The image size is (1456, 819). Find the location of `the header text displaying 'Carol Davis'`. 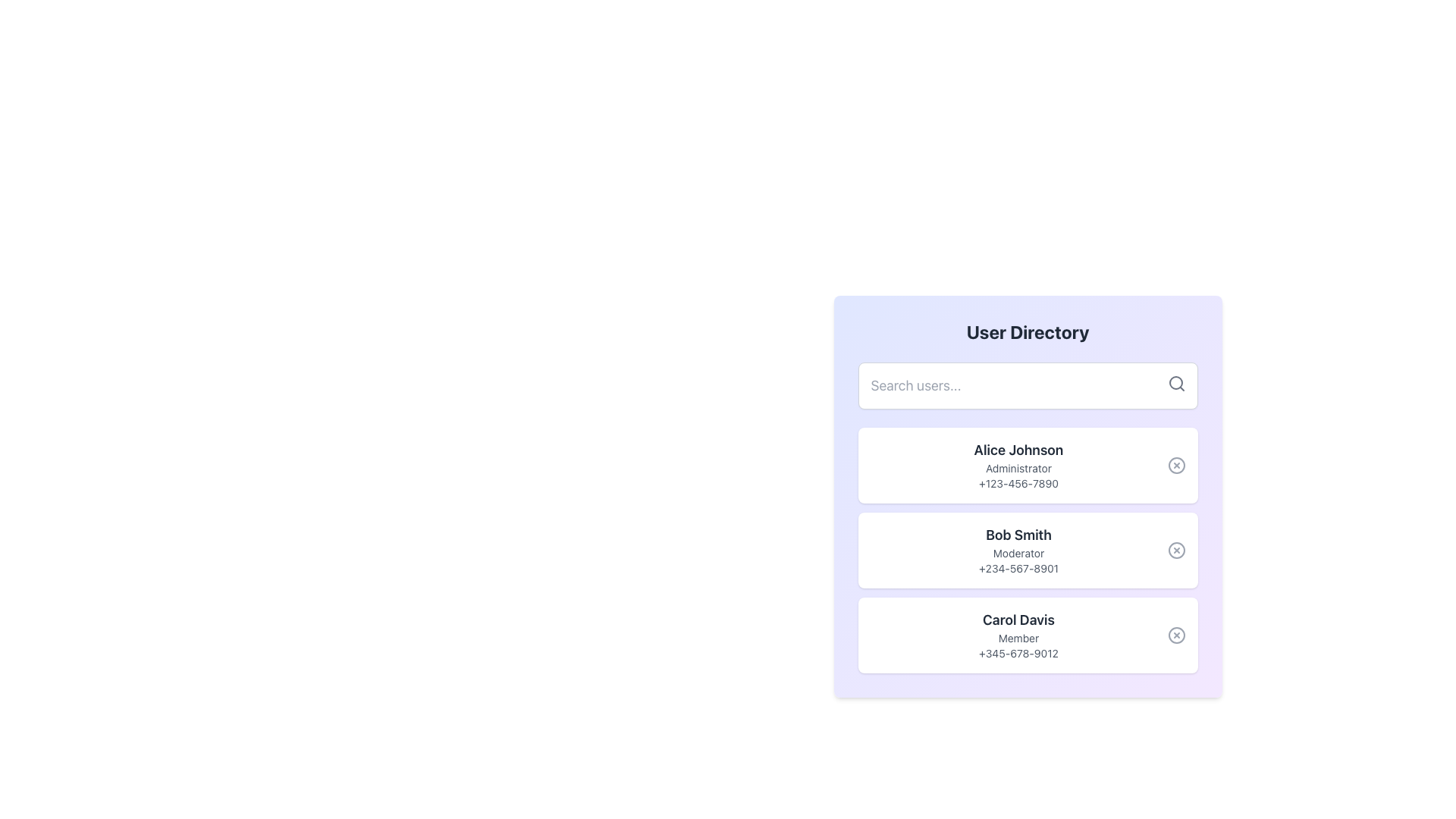

the header text displaying 'Carol Davis' is located at coordinates (1018, 620).